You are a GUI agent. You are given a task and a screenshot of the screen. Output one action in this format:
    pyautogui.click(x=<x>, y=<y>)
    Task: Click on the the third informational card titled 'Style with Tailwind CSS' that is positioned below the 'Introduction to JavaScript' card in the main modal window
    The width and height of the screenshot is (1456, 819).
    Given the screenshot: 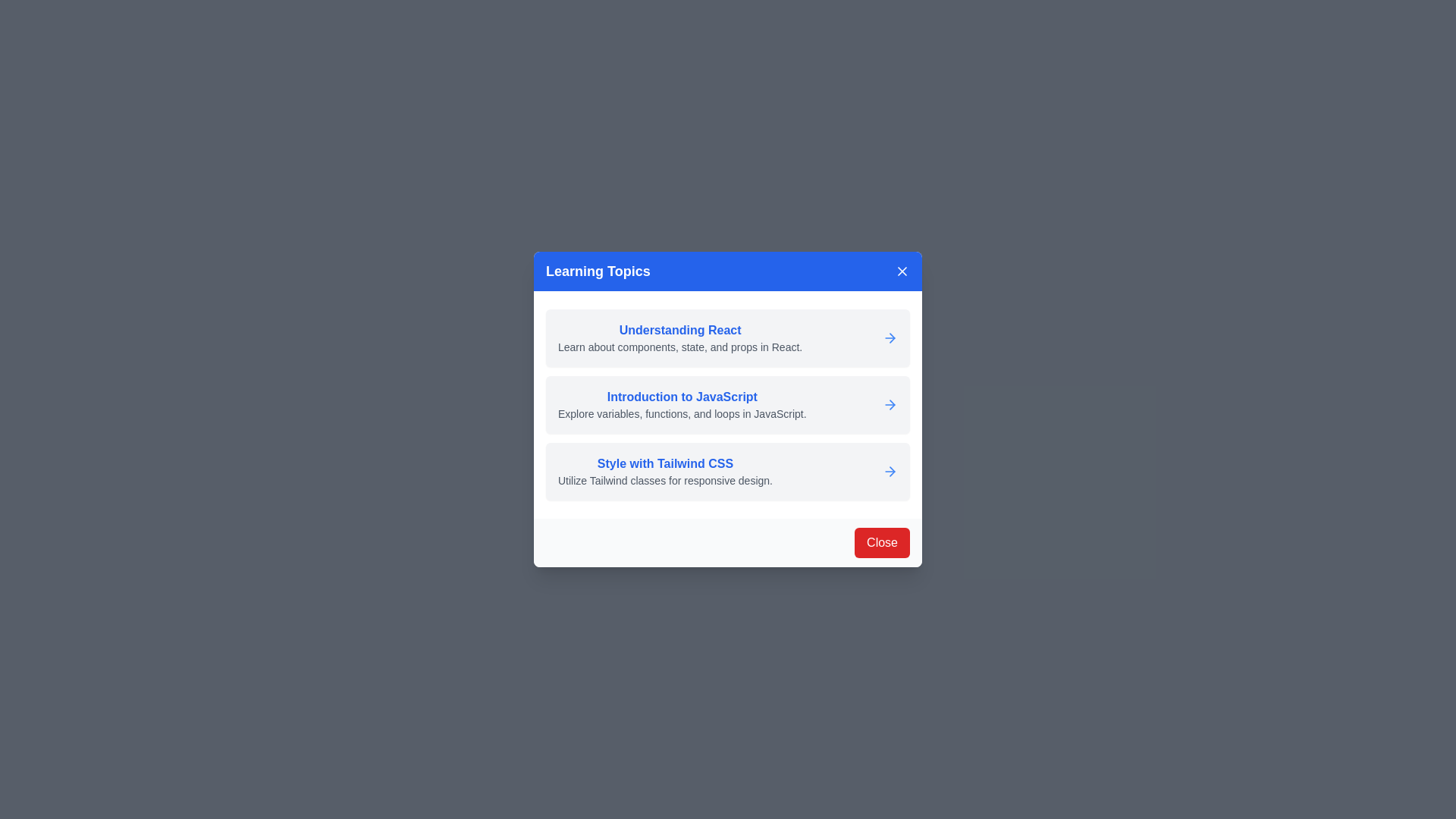 What is the action you would take?
    pyautogui.click(x=728, y=470)
    